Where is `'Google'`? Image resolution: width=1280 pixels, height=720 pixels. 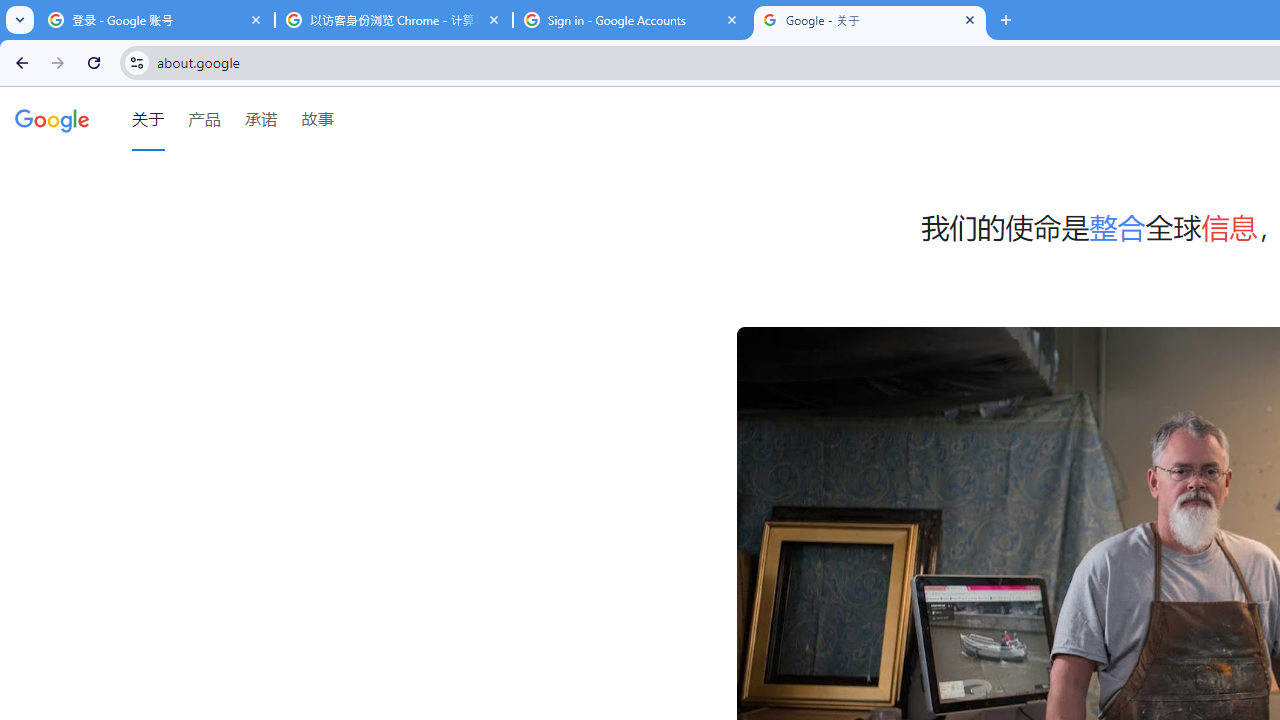 'Google' is located at coordinates (52, 119).